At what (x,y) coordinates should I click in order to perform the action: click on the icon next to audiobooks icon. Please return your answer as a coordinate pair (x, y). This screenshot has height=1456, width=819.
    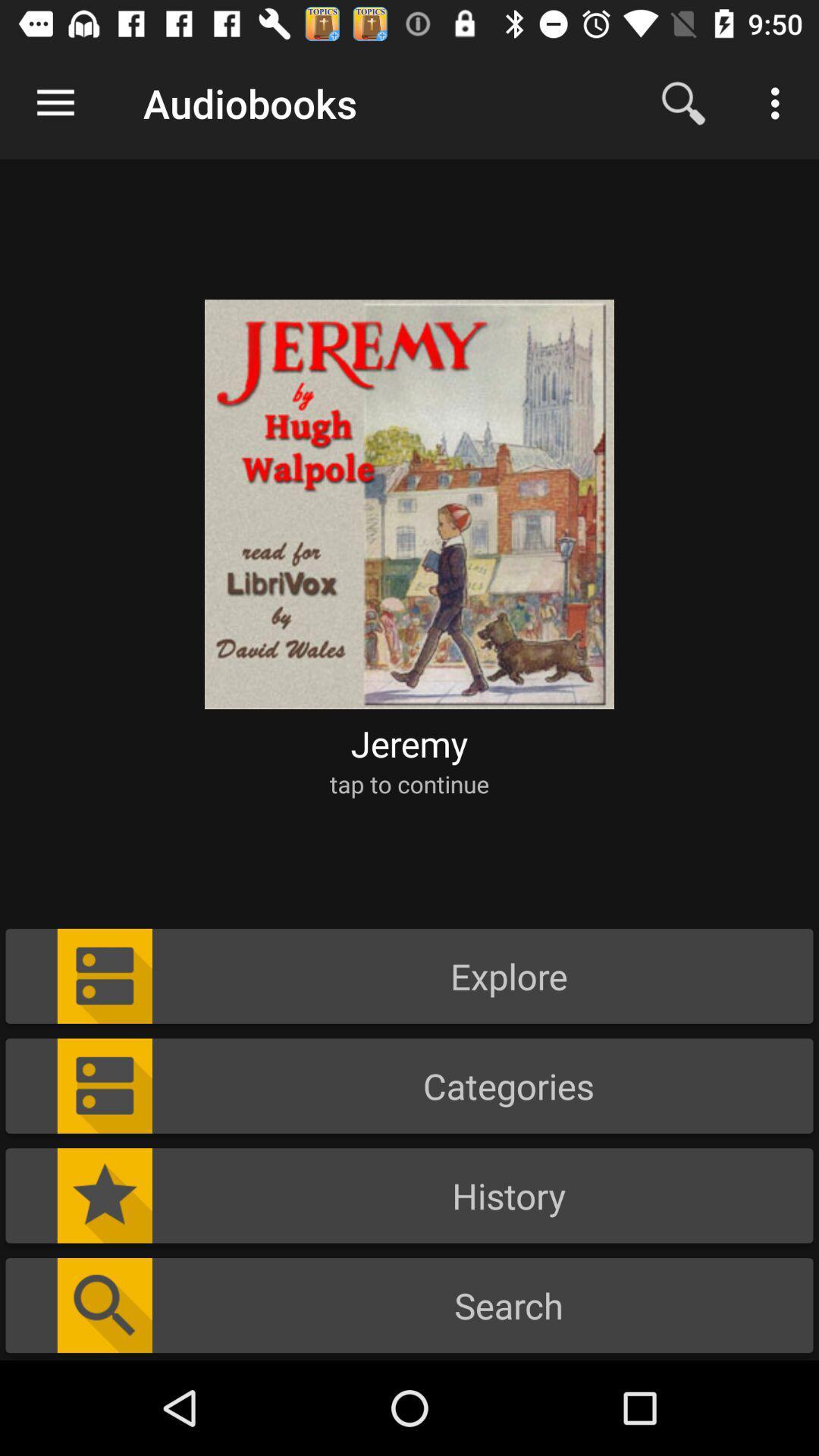
    Looking at the image, I should click on (55, 102).